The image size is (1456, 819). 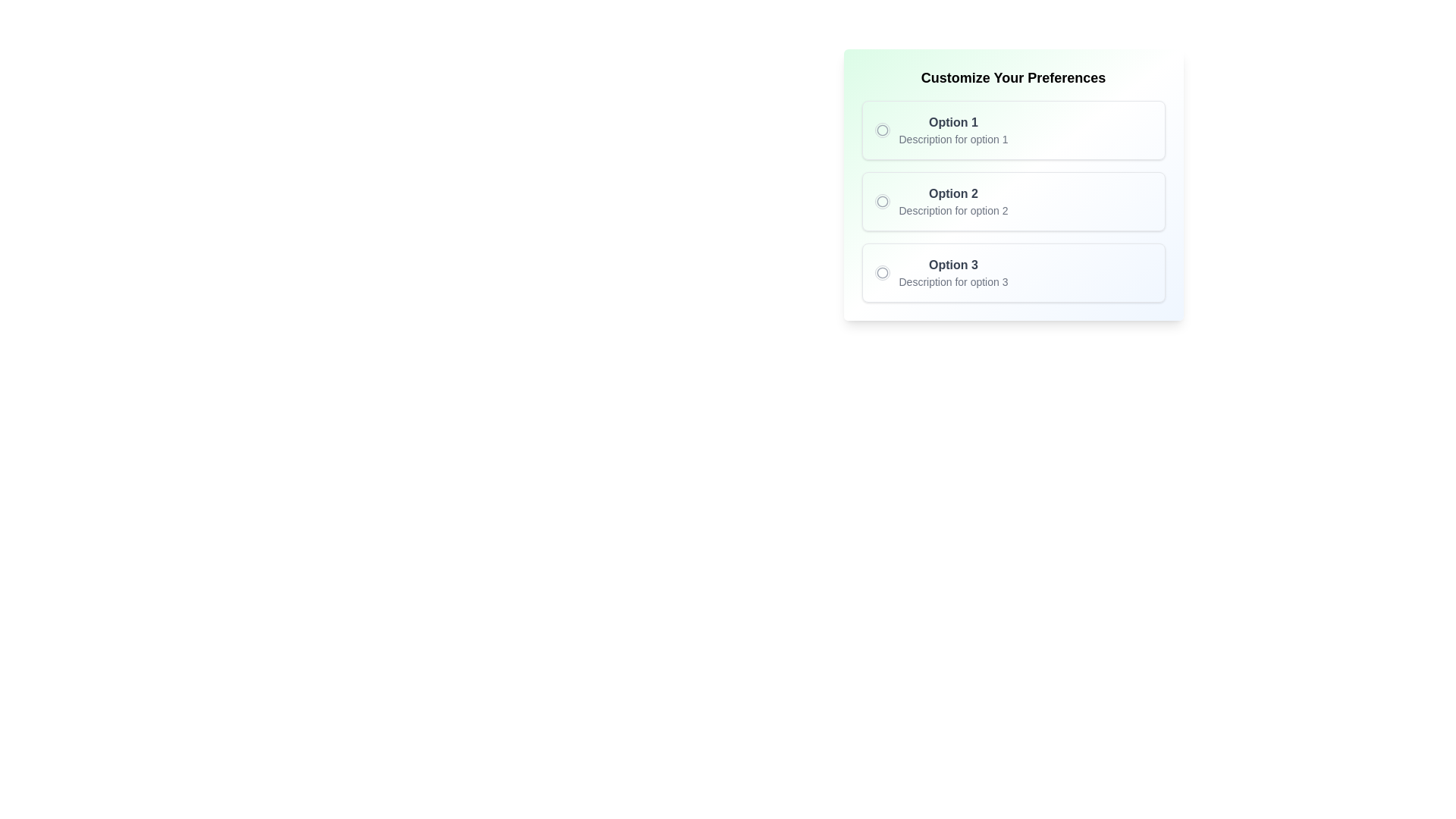 I want to click on the radio button, so click(x=882, y=271).